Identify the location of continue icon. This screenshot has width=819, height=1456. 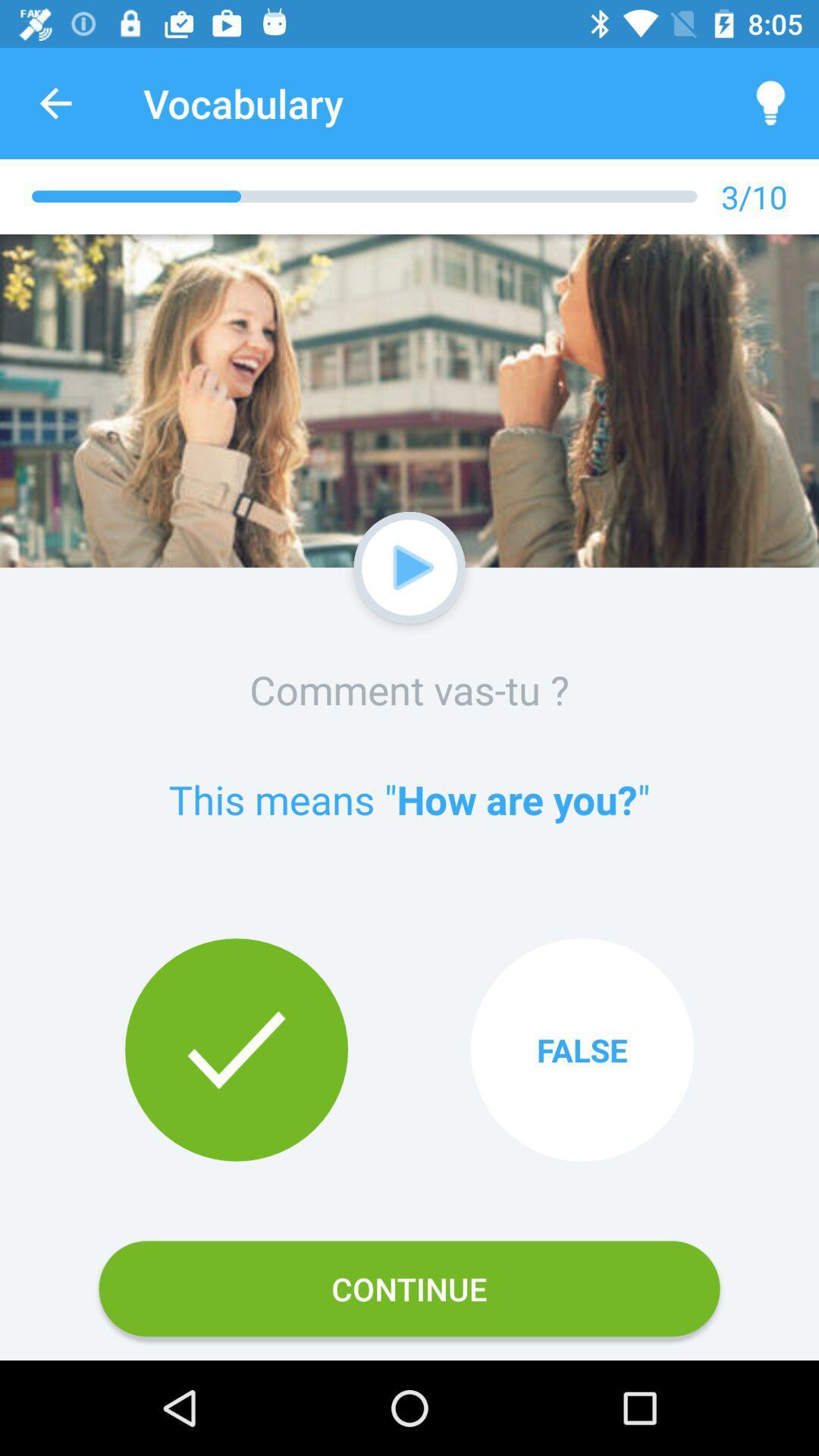
(409, 1288).